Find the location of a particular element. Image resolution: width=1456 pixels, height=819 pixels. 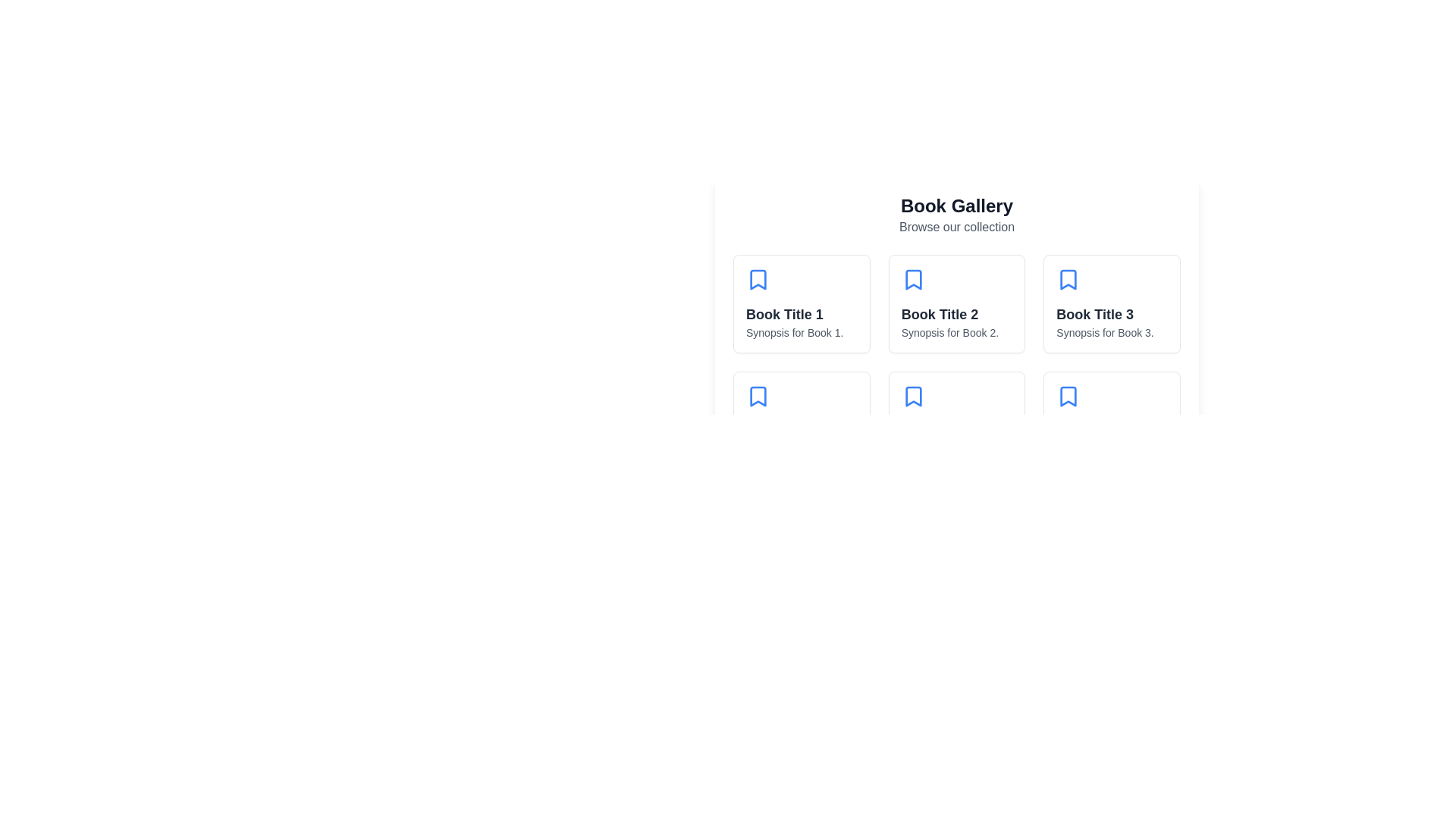

the blue bookmark icon, which is a vertical rectangular shape with a pointed bottom, located in the fourth cell of a grid layout is located at coordinates (912, 396).